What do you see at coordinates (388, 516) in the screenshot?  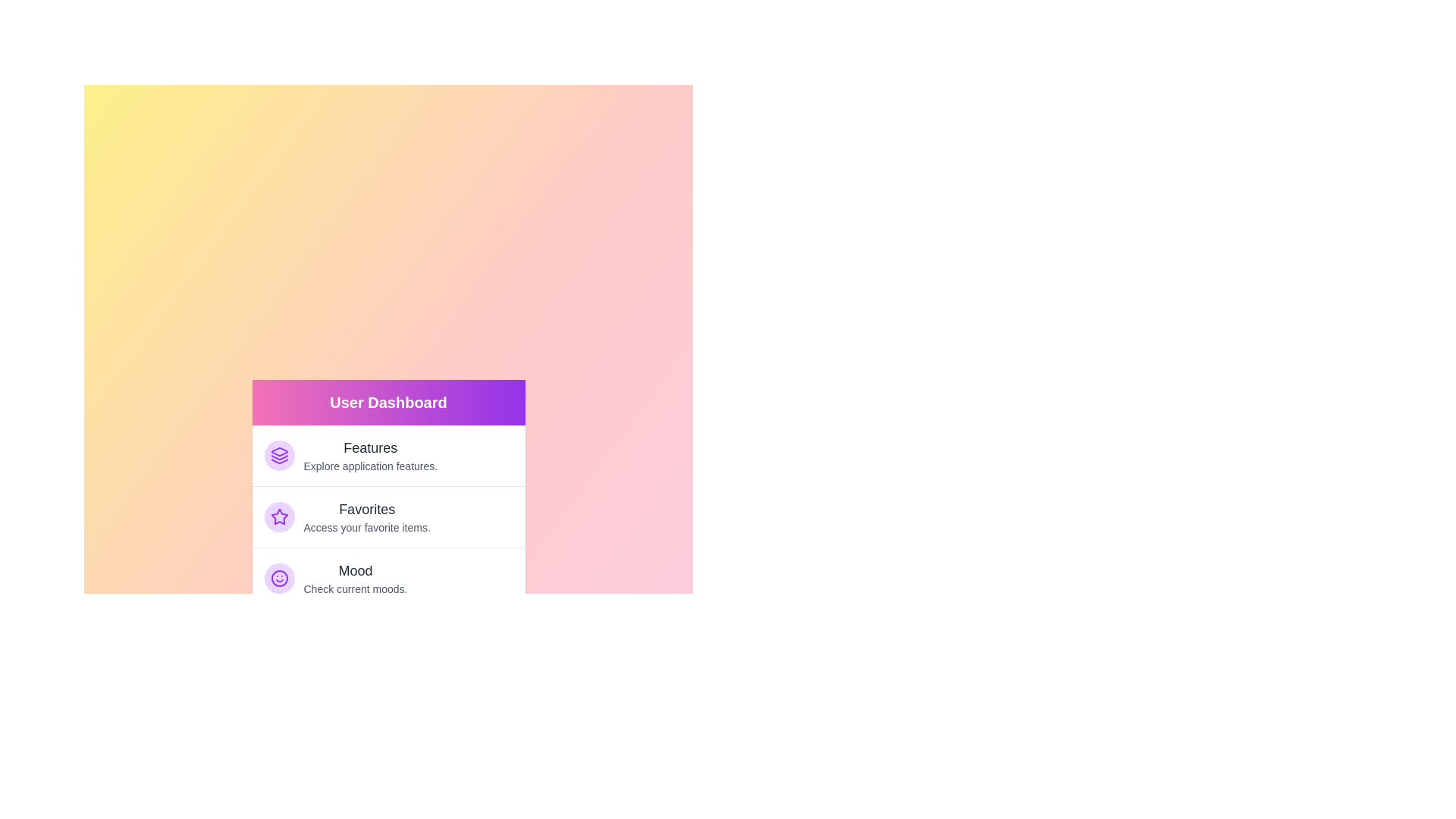 I see `the menu item labeled Favorites to navigate to its associated feature` at bounding box center [388, 516].